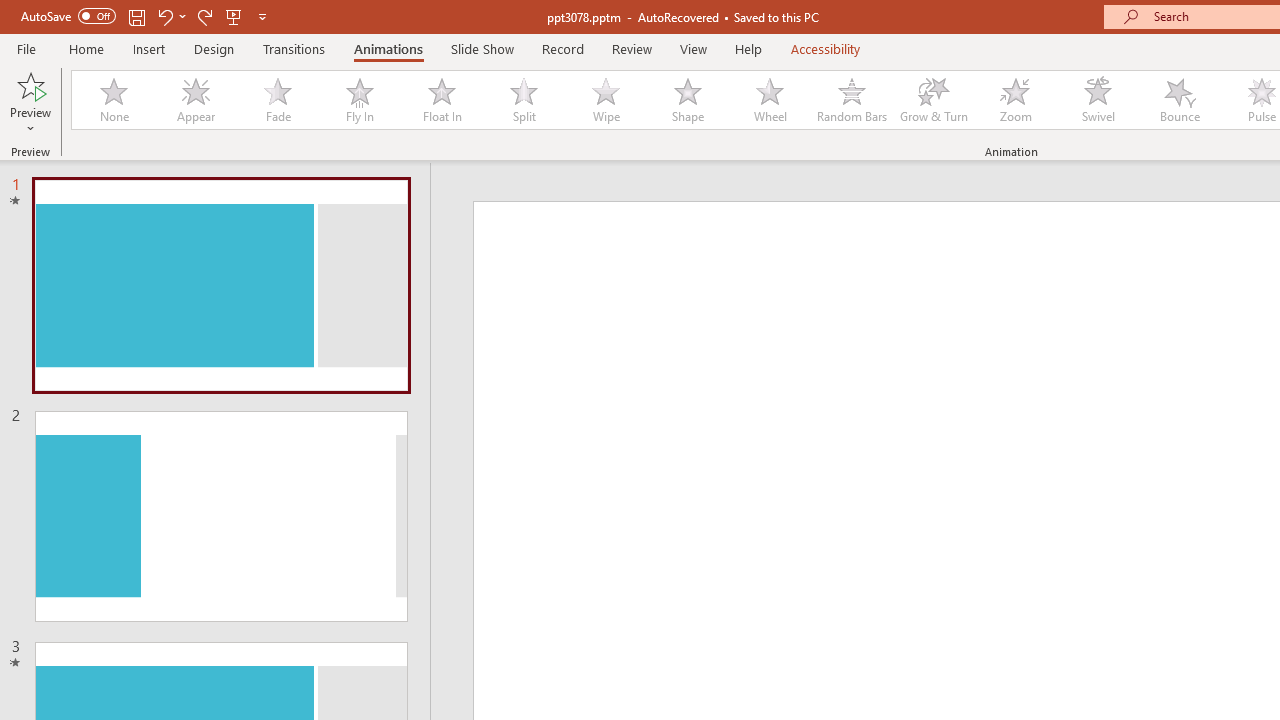  I want to click on 'Swivel', so click(1097, 100).